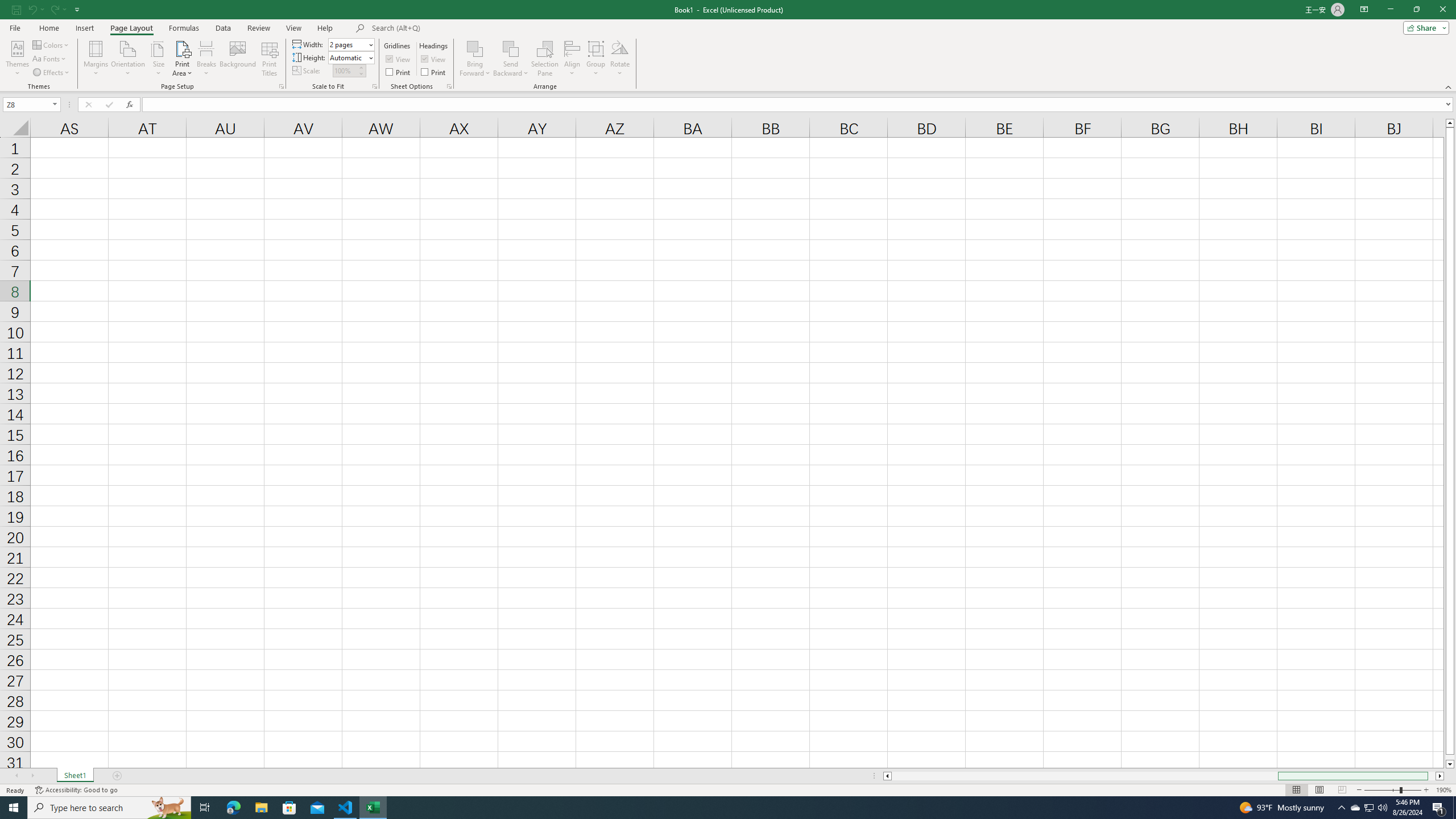 This screenshot has height=819, width=1456. Describe the element at coordinates (258, 28) in the screenshot. I see `'Review'` at that location.